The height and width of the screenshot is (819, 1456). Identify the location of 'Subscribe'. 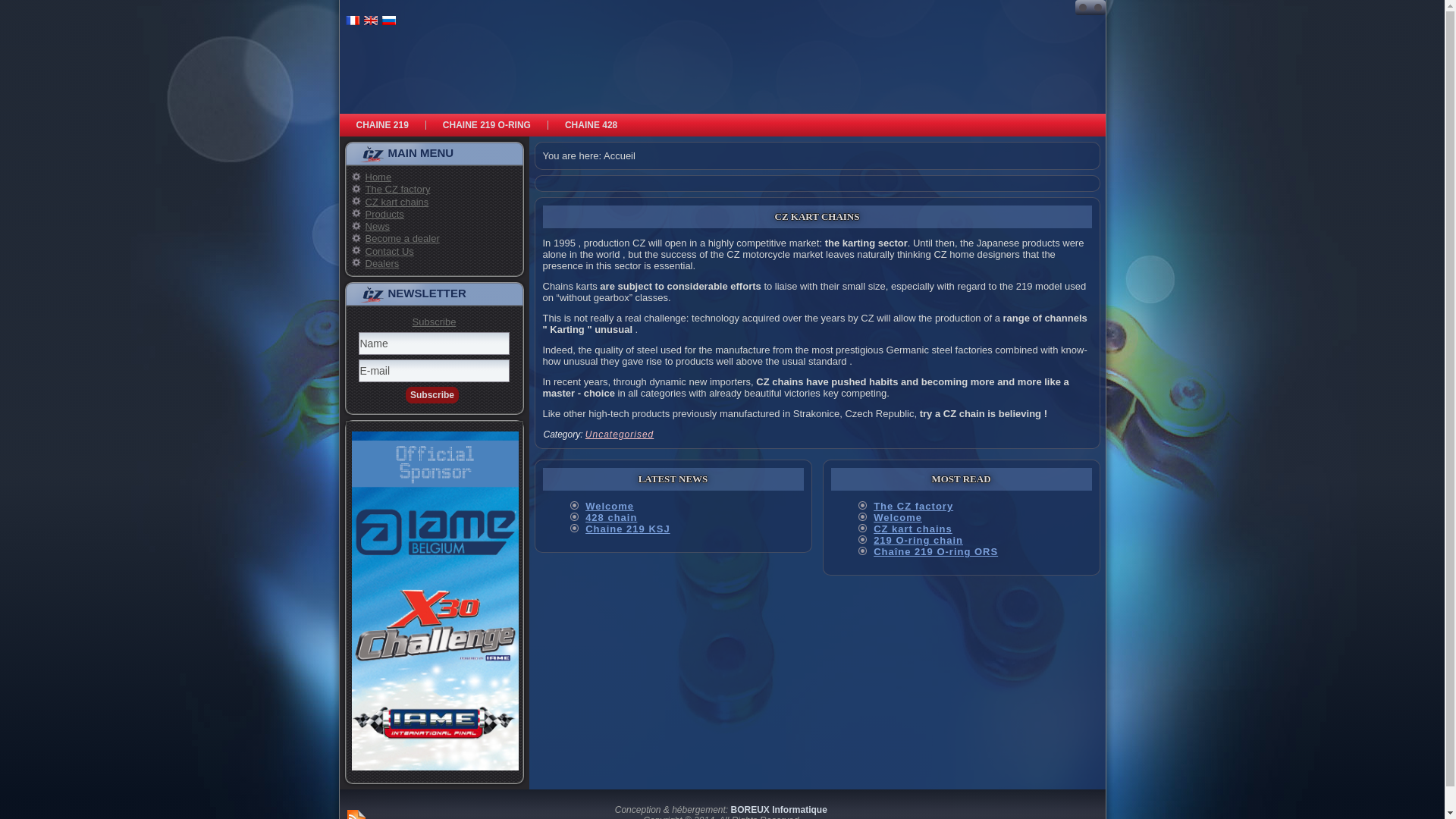
(431, 394).